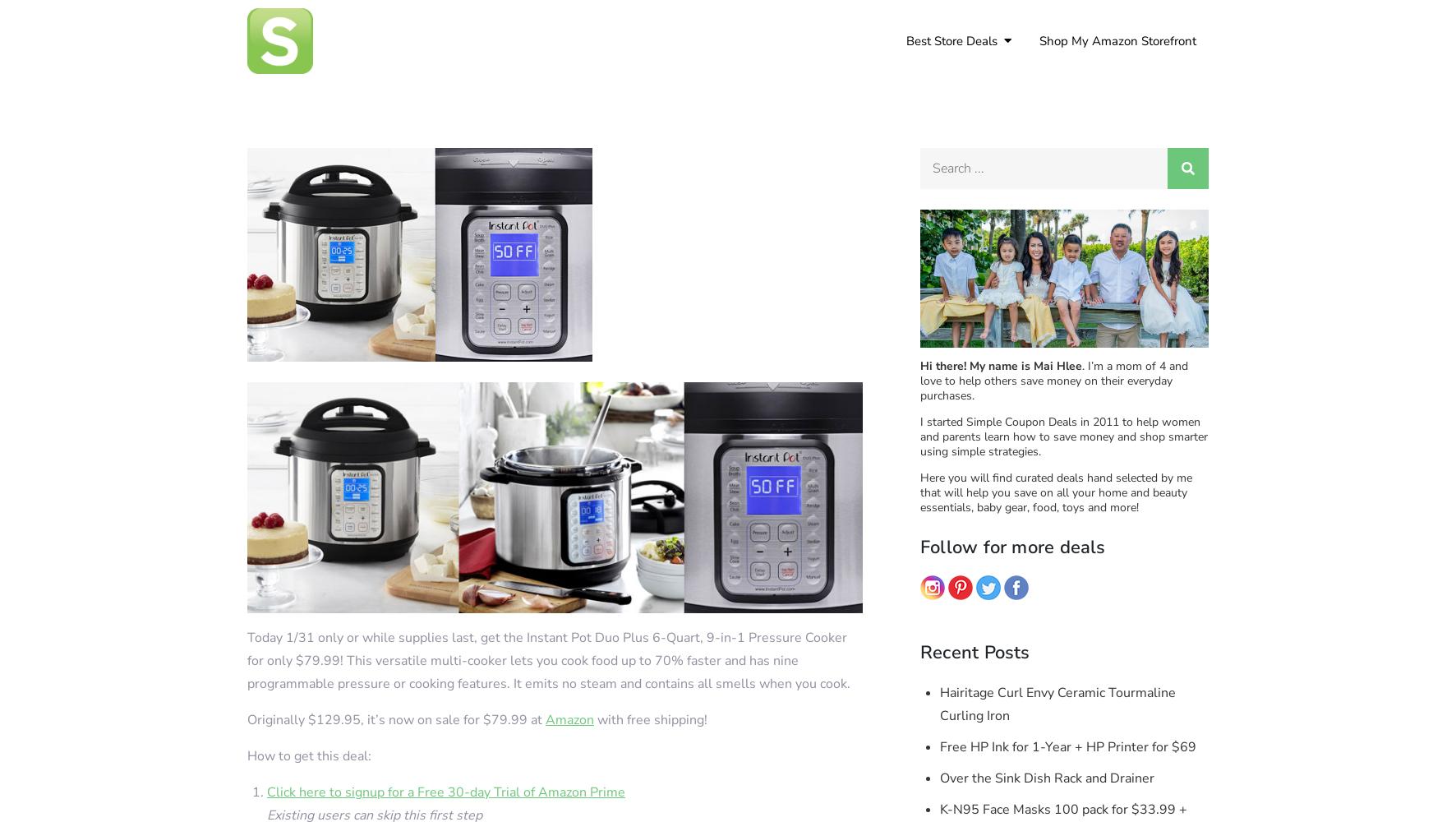 This screenshot has height=822, width=1456. What do you see at coordinates (1012, 547) in the screenshot?
I see `'Follow for more deals'` at bounding box center [1012, 547].